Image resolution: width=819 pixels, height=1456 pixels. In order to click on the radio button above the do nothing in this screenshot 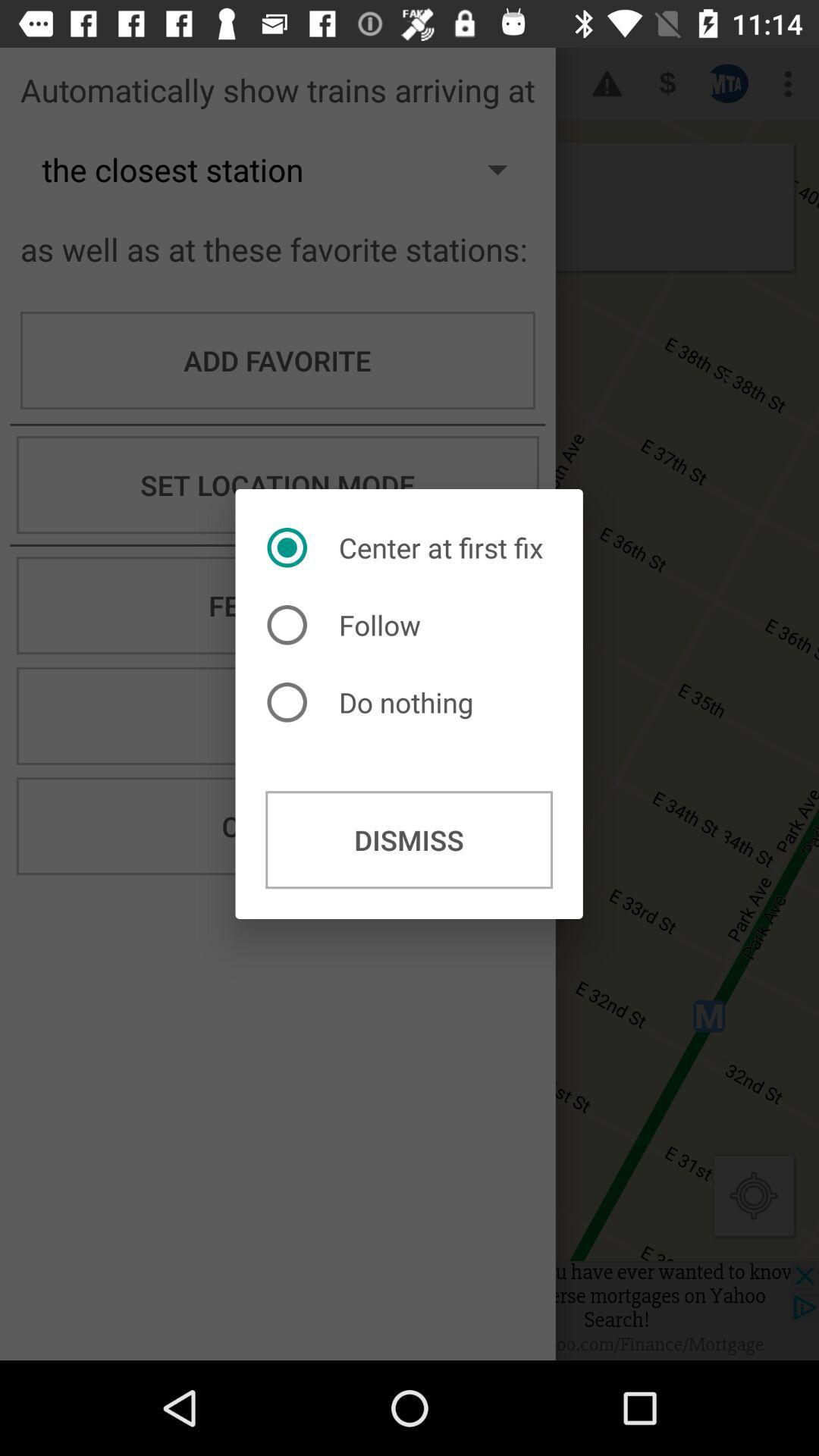, I will do `click(348, 625)`.